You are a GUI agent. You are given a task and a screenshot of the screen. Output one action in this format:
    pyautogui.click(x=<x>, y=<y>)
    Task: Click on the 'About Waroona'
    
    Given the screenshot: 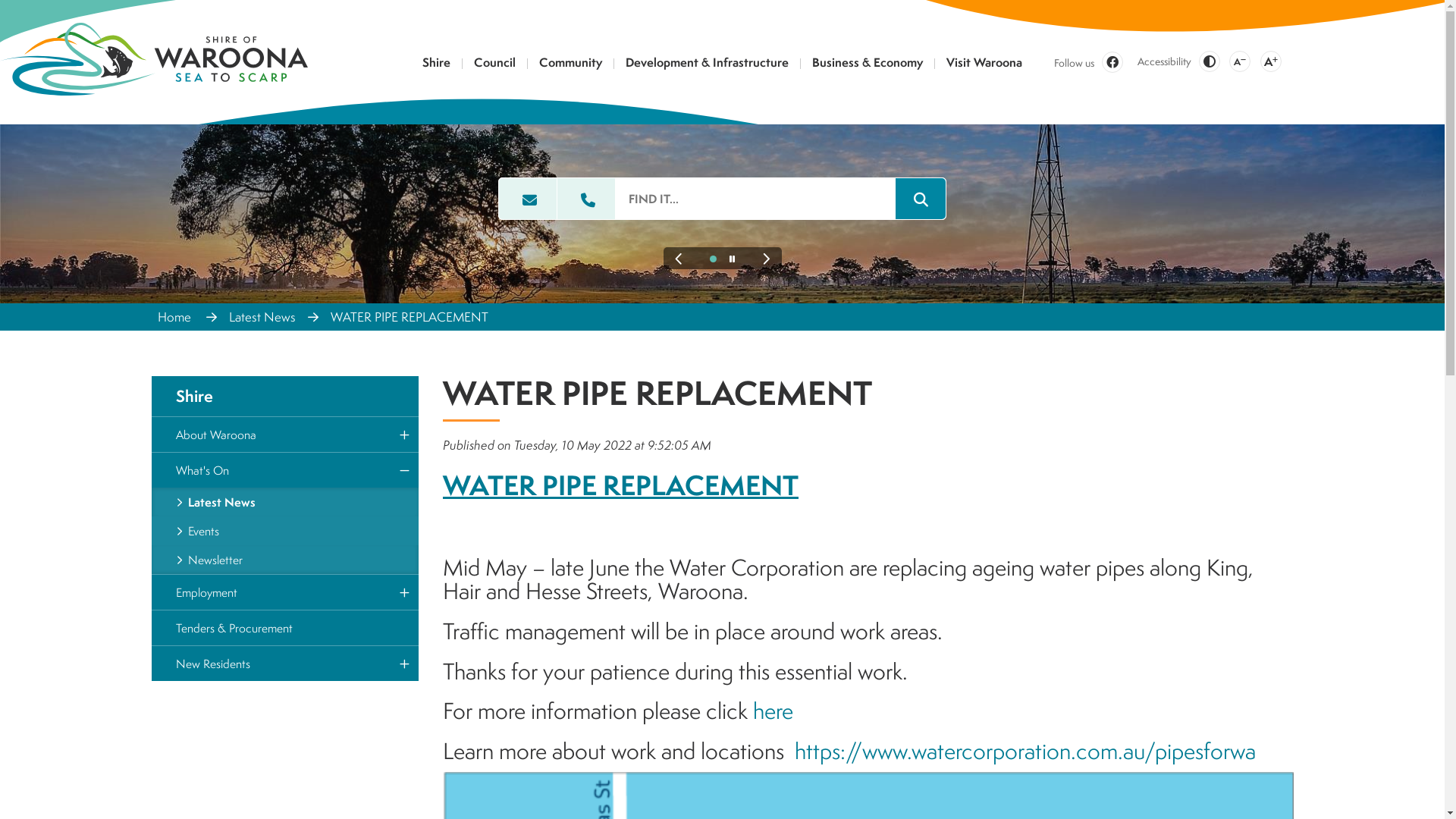 What is the action you would take?
    pyautogui.click(x=285, y=435)
    